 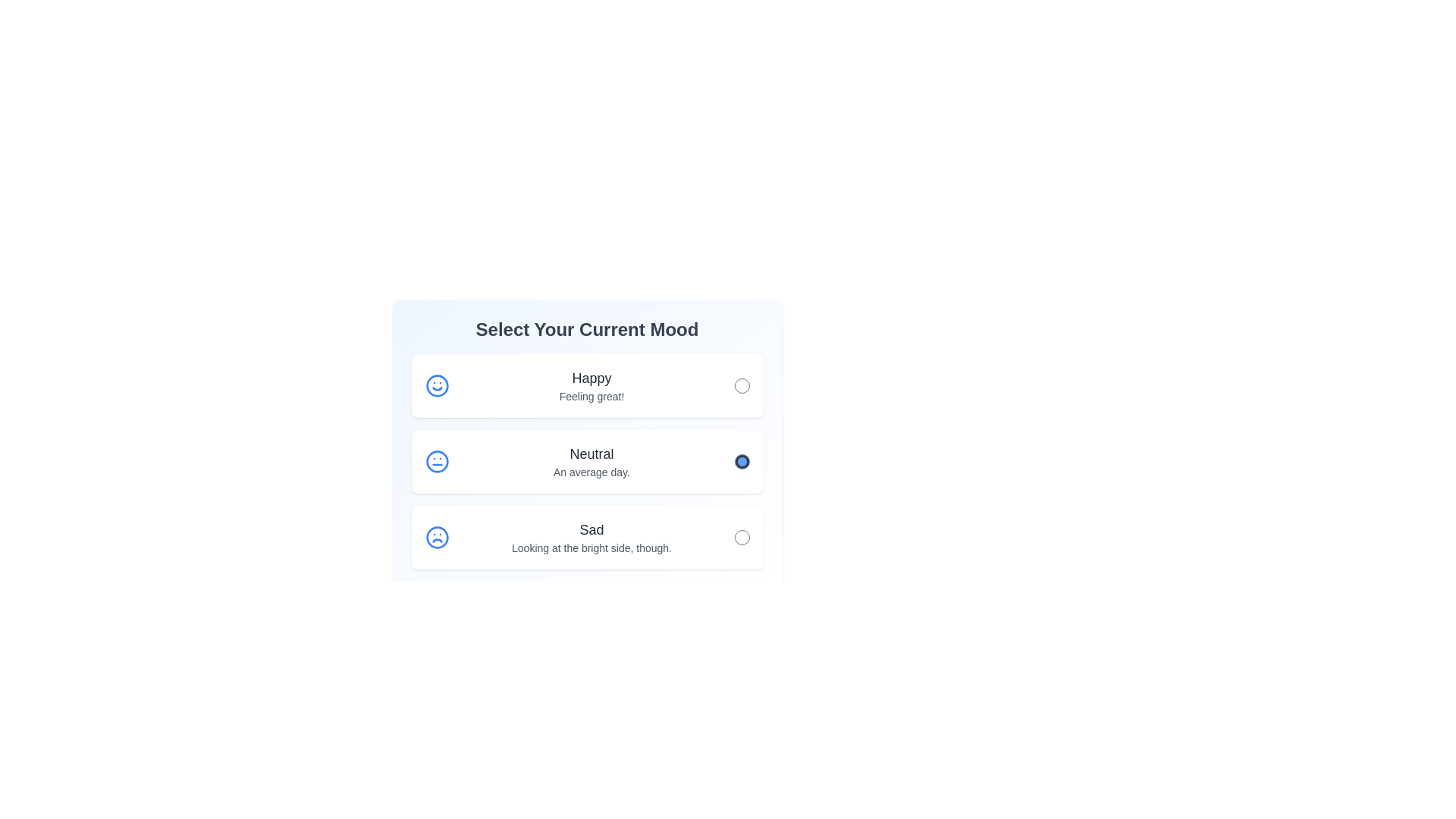 I want to click on the text label displaying 'Looking at the bright side, though.' which is styled in gray and located below the 'Sad' label in the mood selection interface, so click(x=591, y=548).